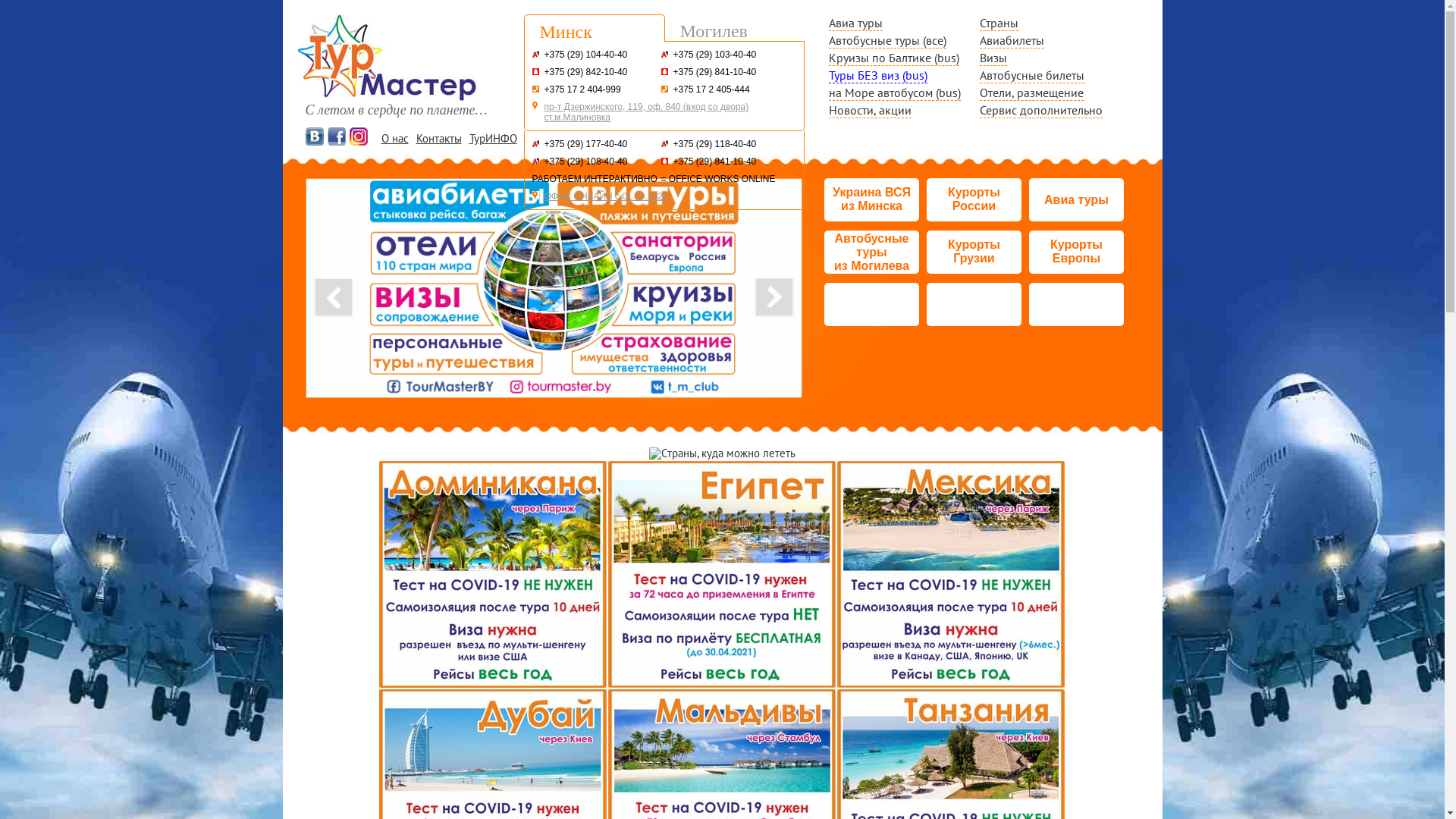  What do you see at coordinates (673, 54) in the screenshot?
I see `'+375 (29) 103-40-40'` at bounding box center [673, 54].